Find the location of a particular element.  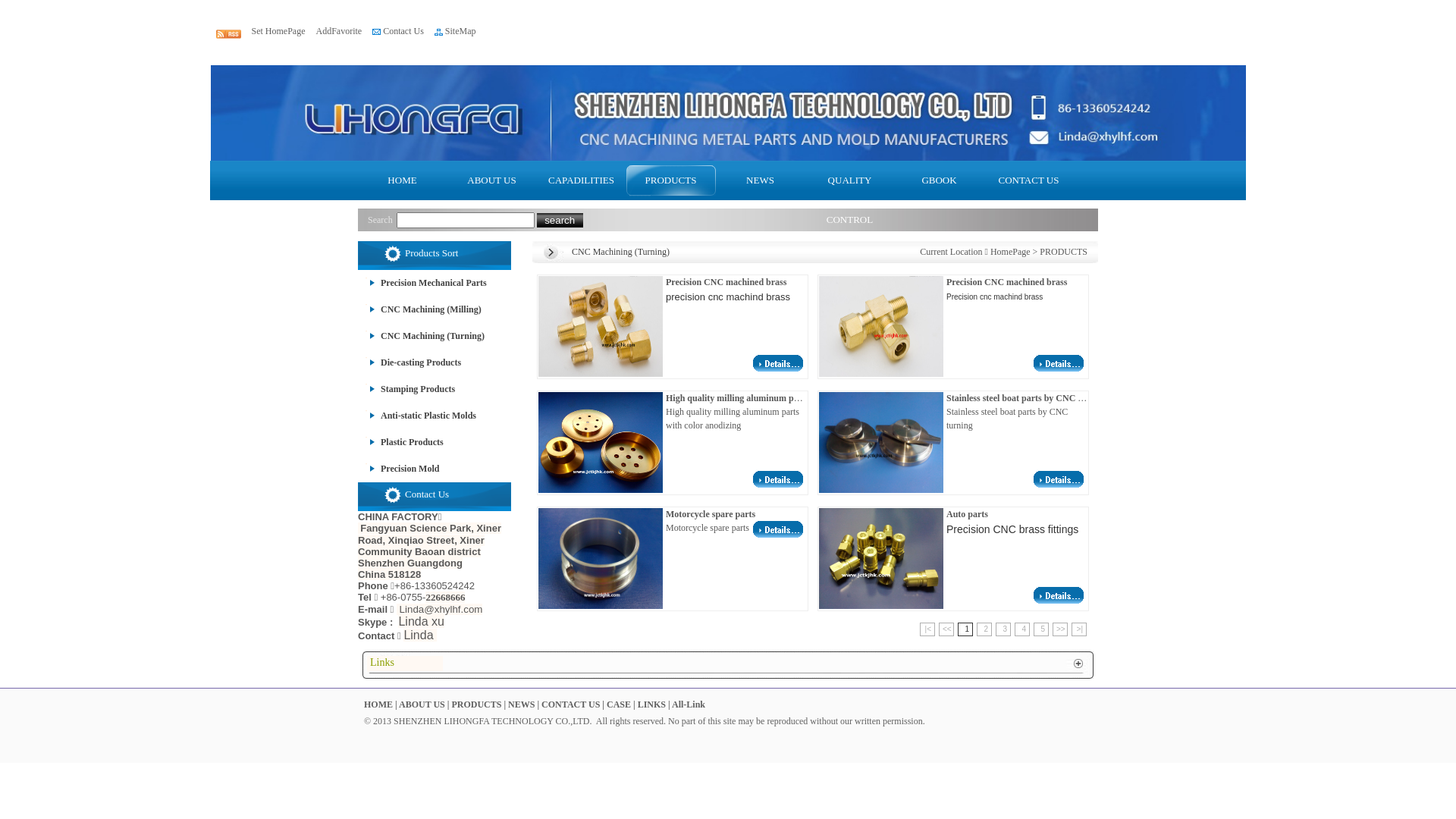

'AddFavorite' is located at coordinates (315, 31).